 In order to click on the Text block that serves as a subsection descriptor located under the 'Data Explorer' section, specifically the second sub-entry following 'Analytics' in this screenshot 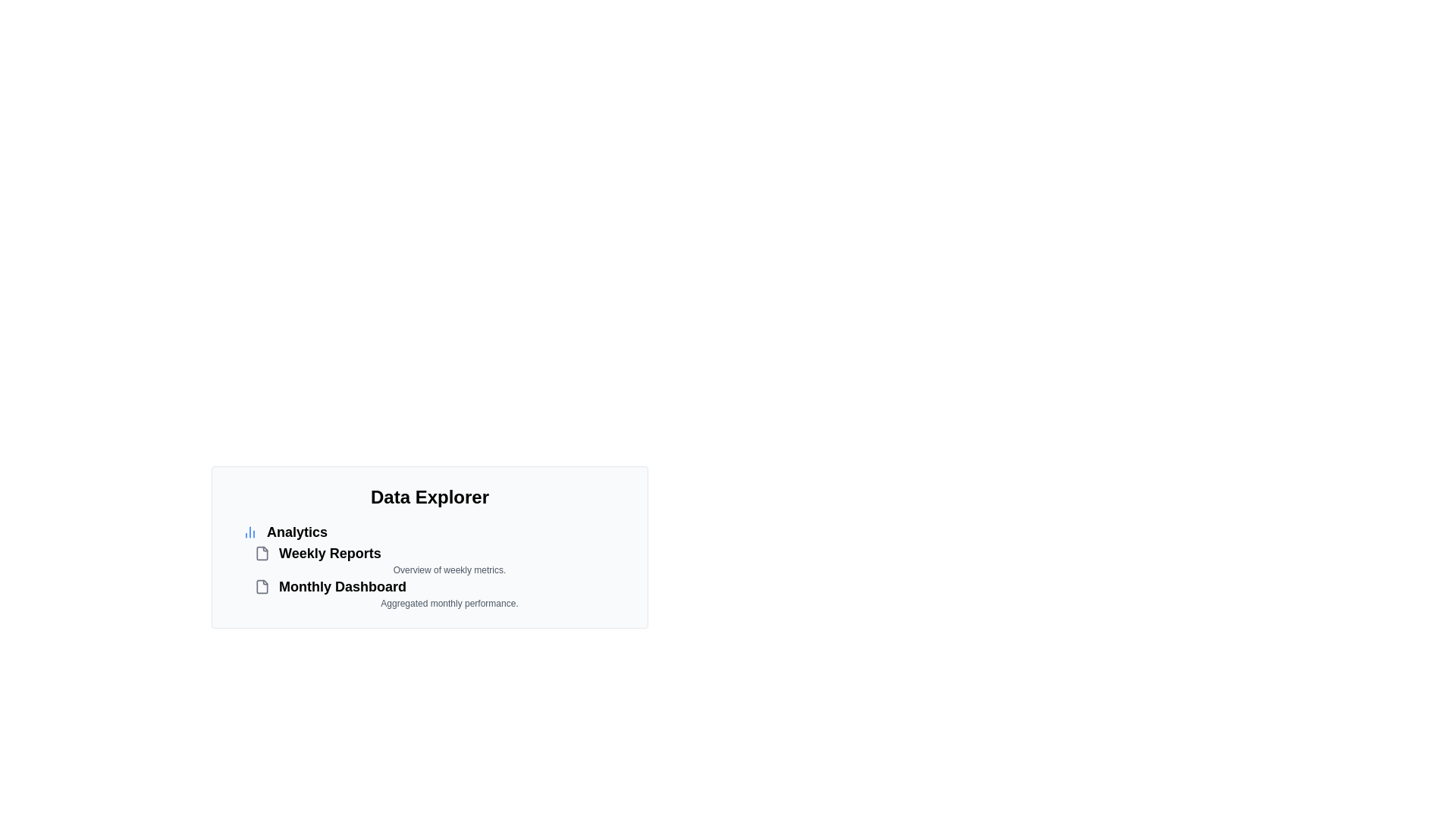, I will do `click(435, 565)`.